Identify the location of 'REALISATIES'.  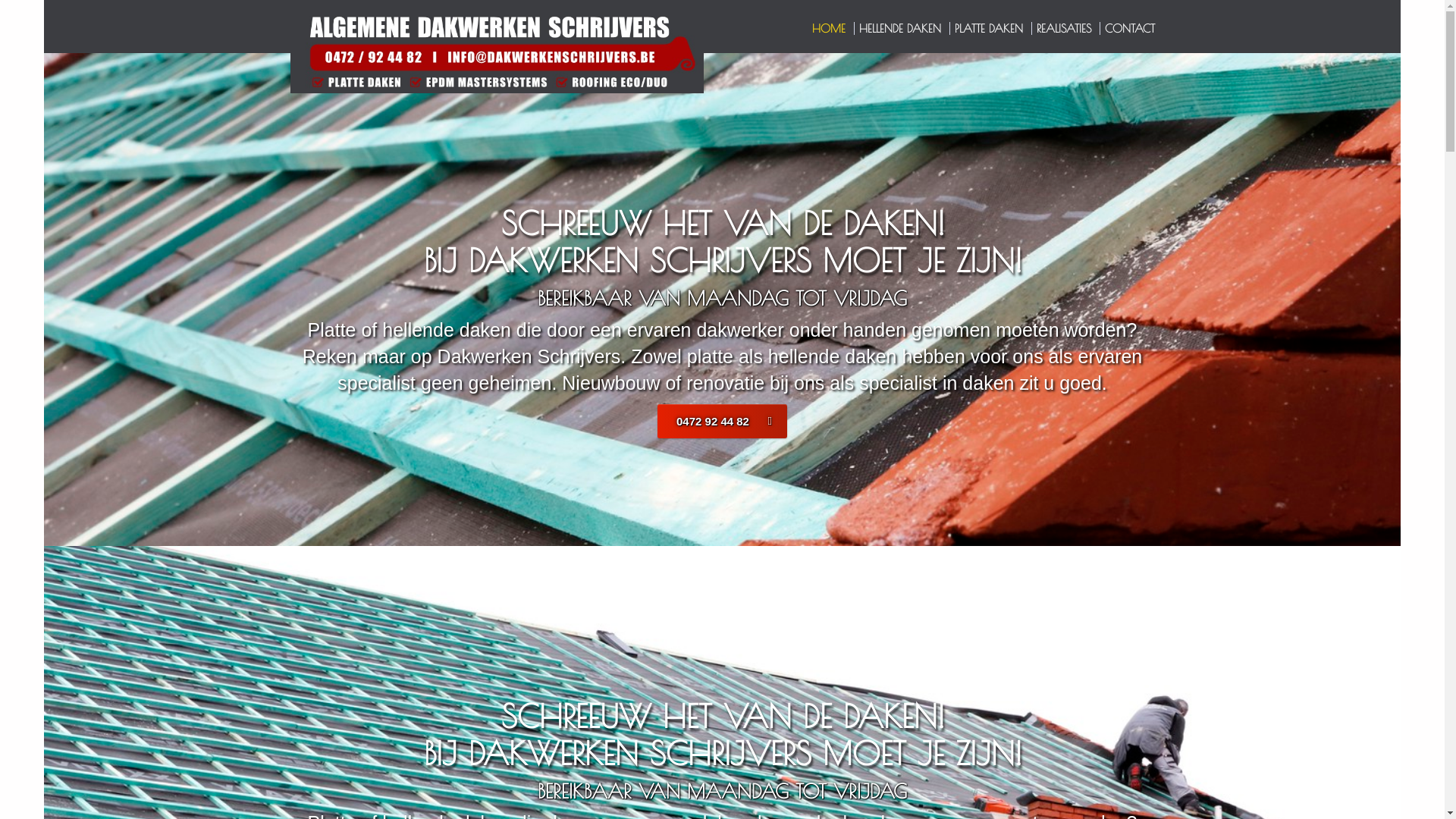
(1064, 28).